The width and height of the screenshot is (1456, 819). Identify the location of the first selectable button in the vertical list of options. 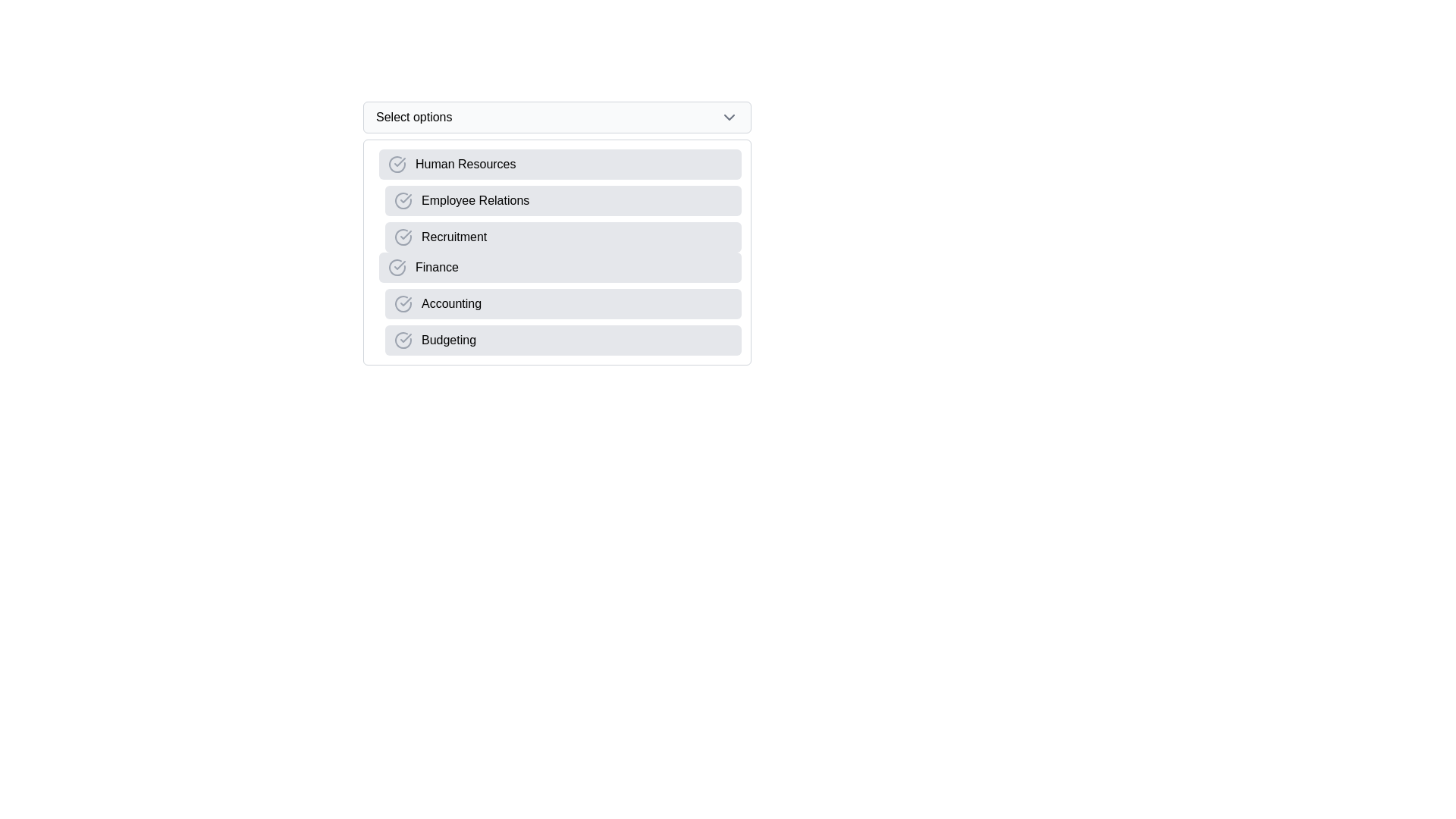
(560, 164).